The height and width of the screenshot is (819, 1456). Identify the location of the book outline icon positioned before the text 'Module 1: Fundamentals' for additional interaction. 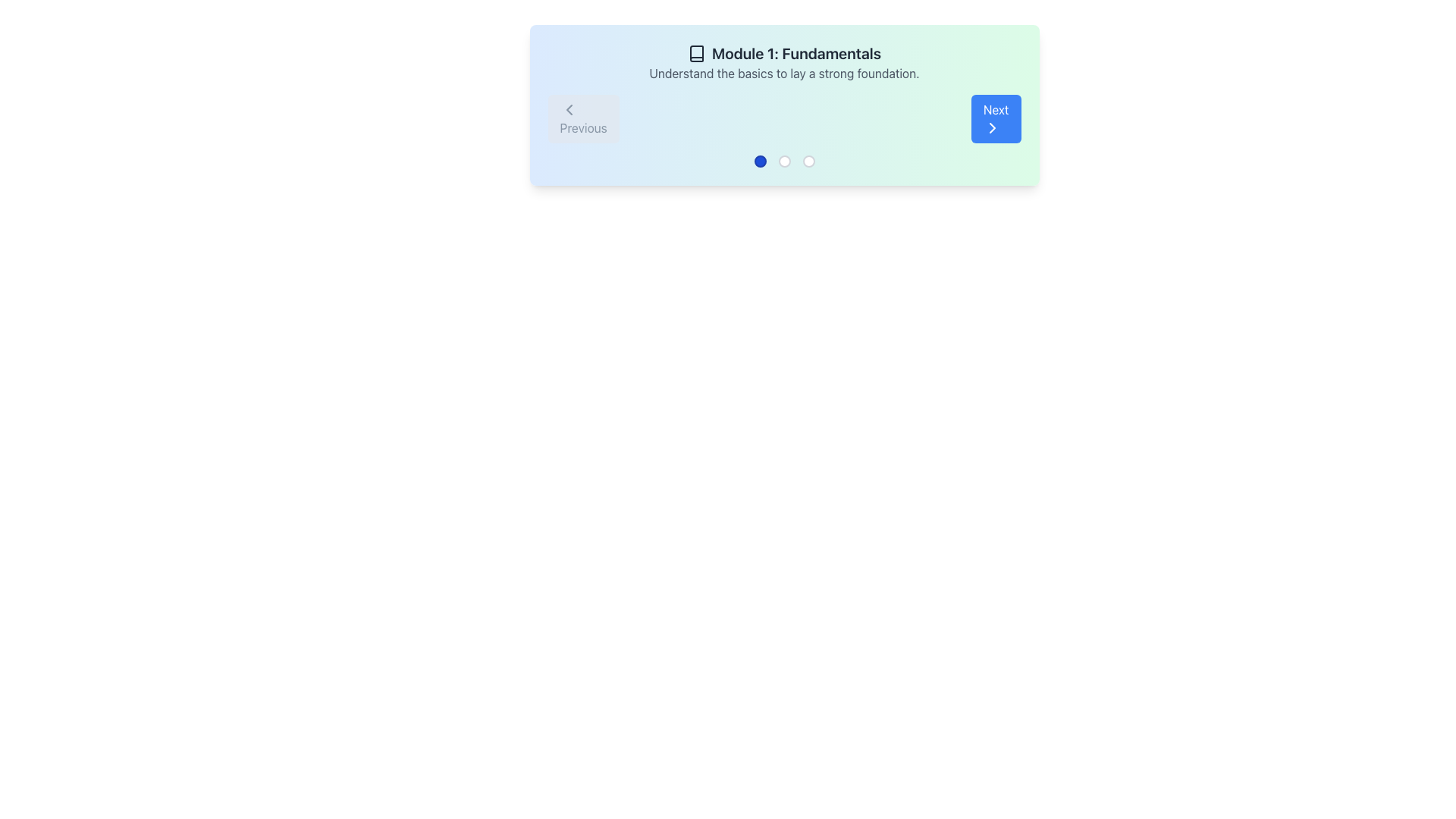
(695, 52).